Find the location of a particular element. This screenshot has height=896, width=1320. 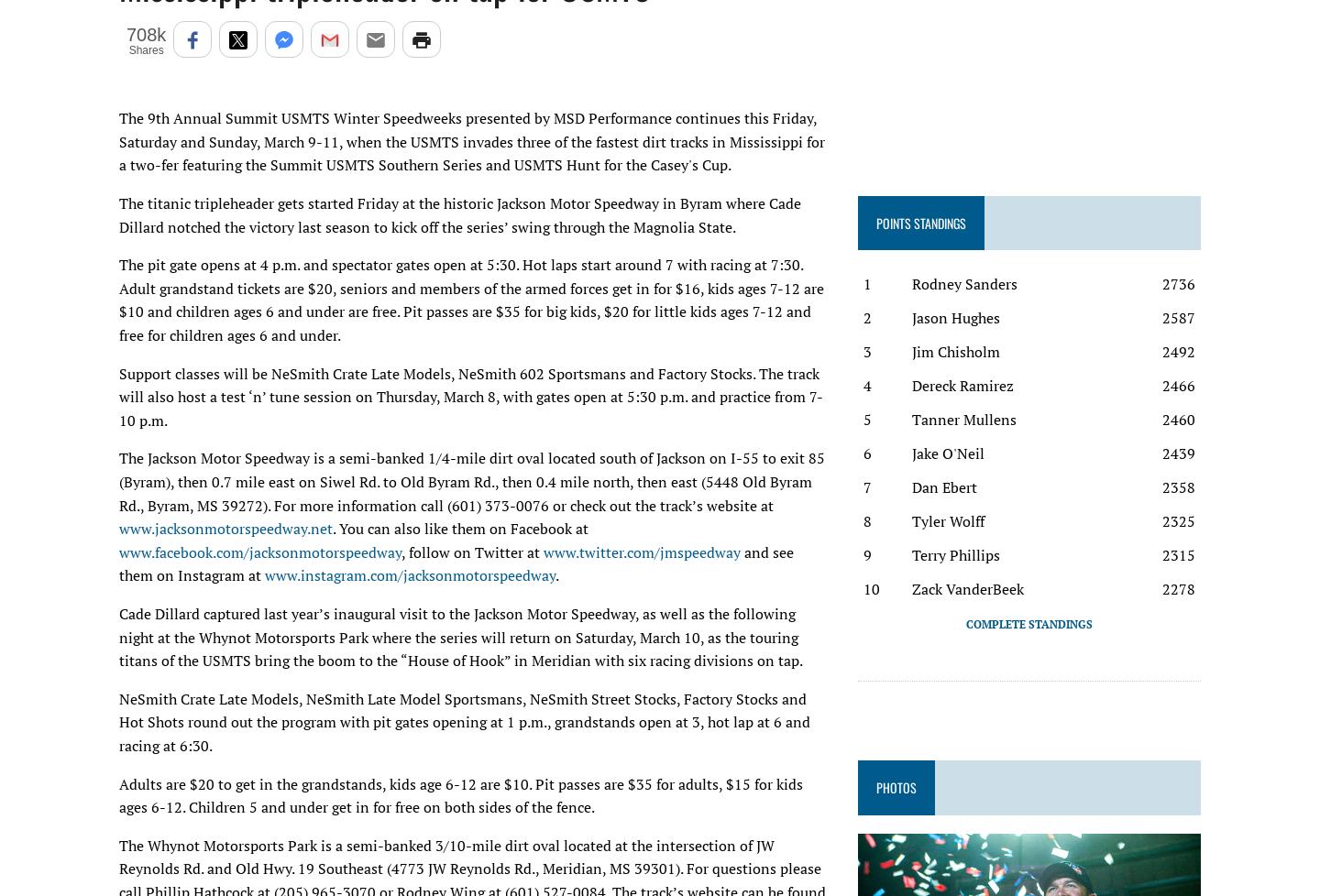

'.' is located at coordinates (555, 574).